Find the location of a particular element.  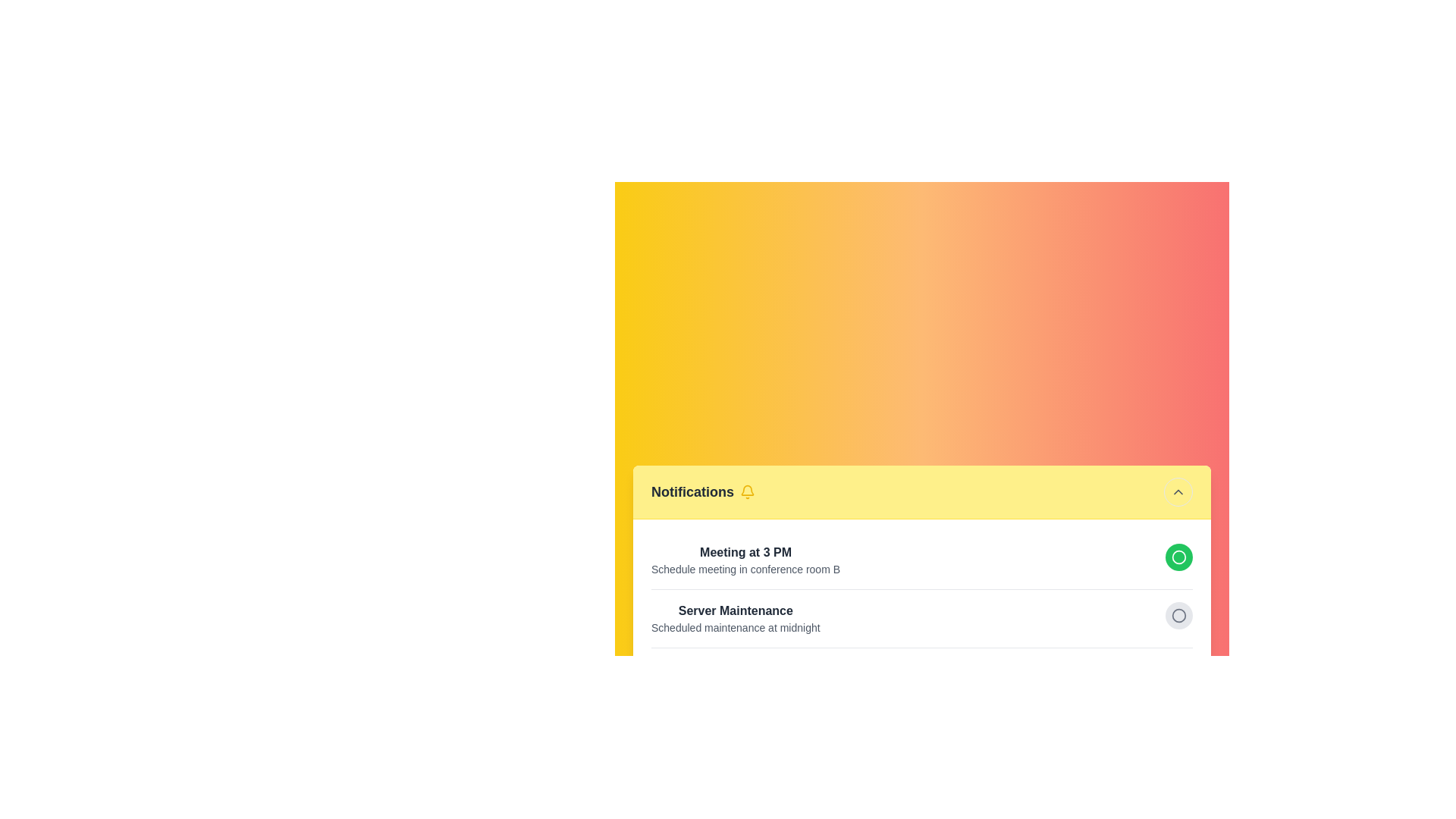

the second task block titled 'Server Maintenance' in the notifications section is located at coordinates (921, 617).